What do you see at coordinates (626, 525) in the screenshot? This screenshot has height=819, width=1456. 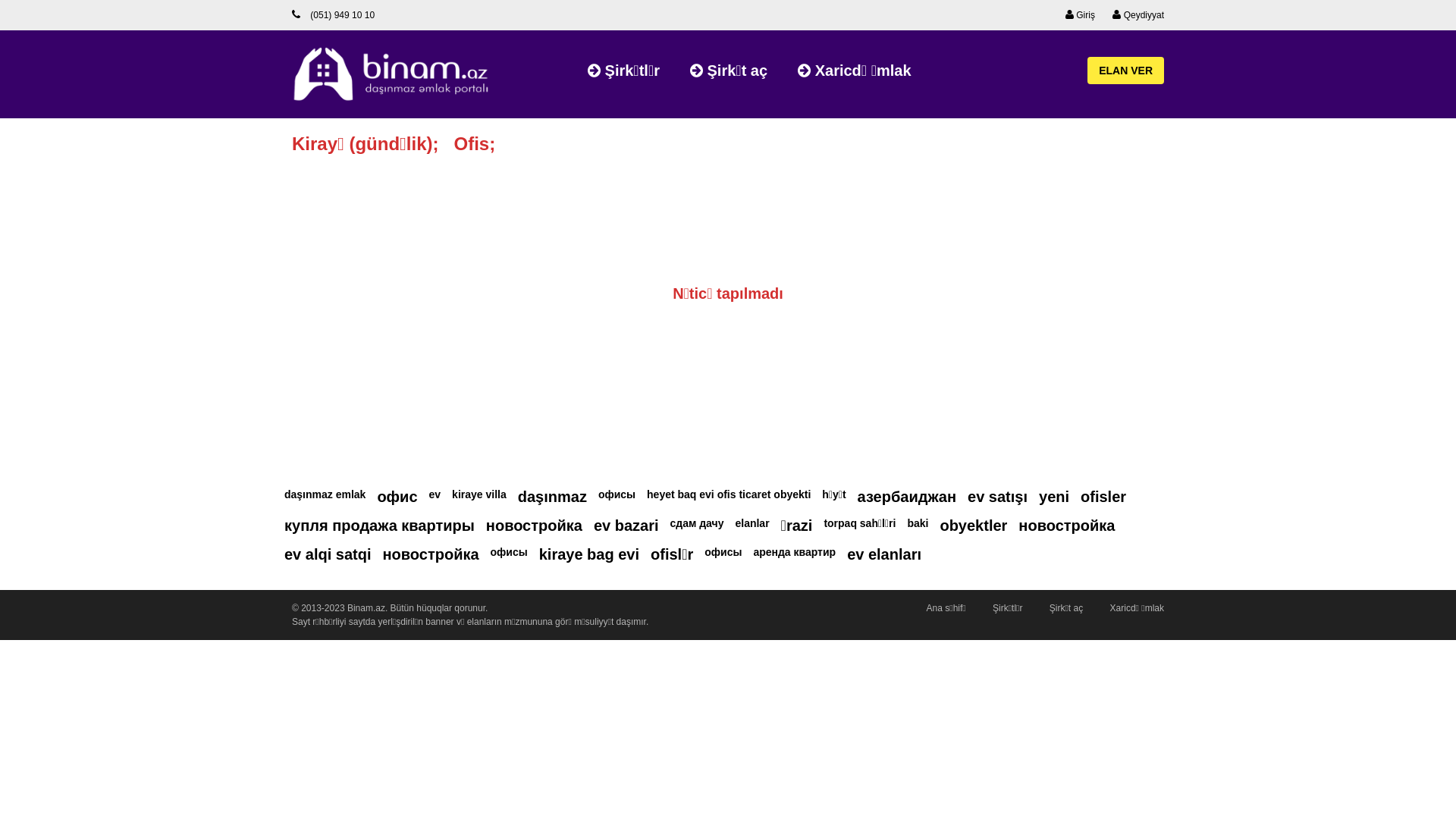 I see `'ev bazari'` at bounding box center [626, 525].